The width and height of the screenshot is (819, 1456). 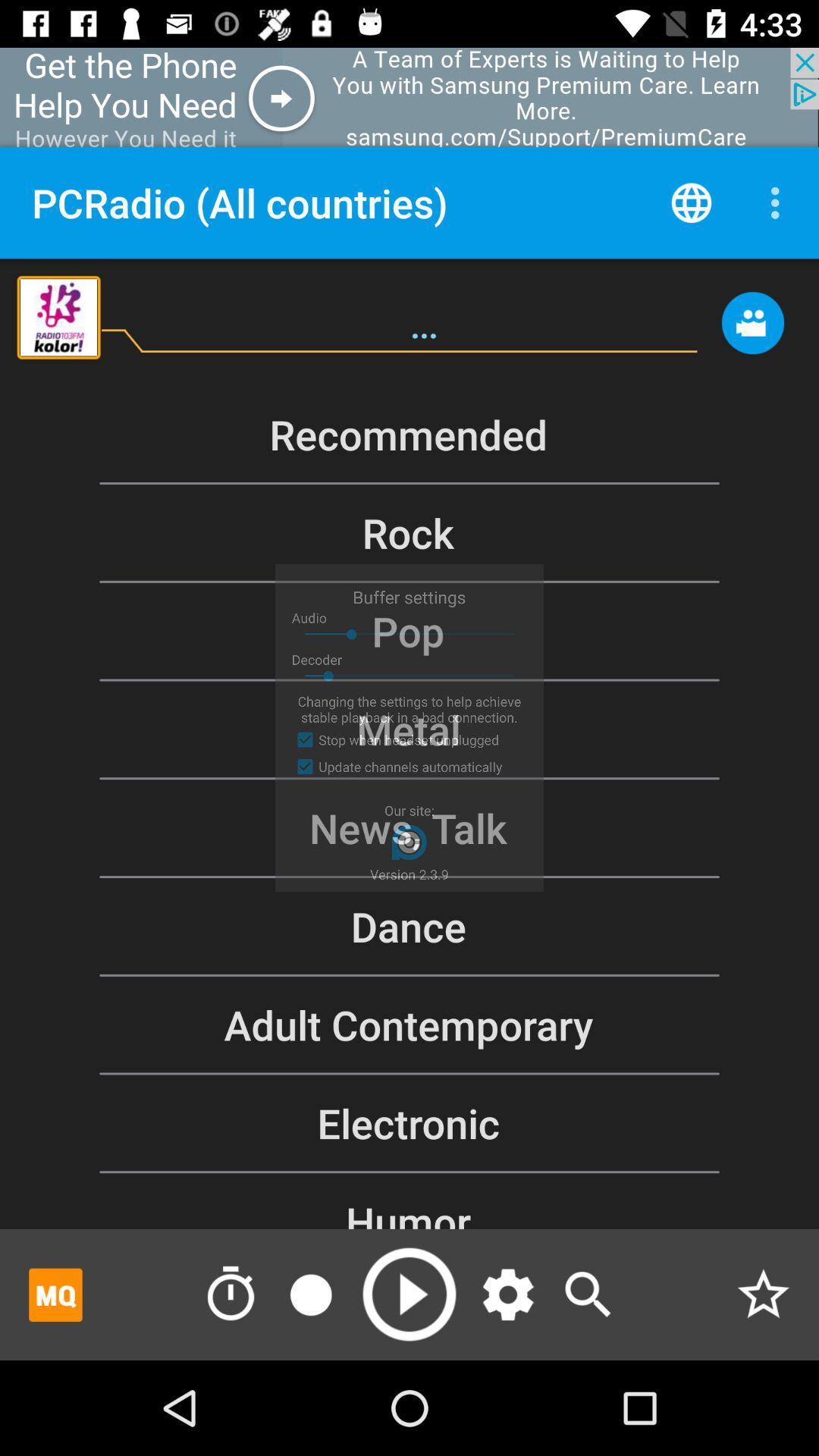 What do you see at coordinates (55, 1294) in the screenshot?
I see `for adverisment link` at bounding box center [55, 1294].